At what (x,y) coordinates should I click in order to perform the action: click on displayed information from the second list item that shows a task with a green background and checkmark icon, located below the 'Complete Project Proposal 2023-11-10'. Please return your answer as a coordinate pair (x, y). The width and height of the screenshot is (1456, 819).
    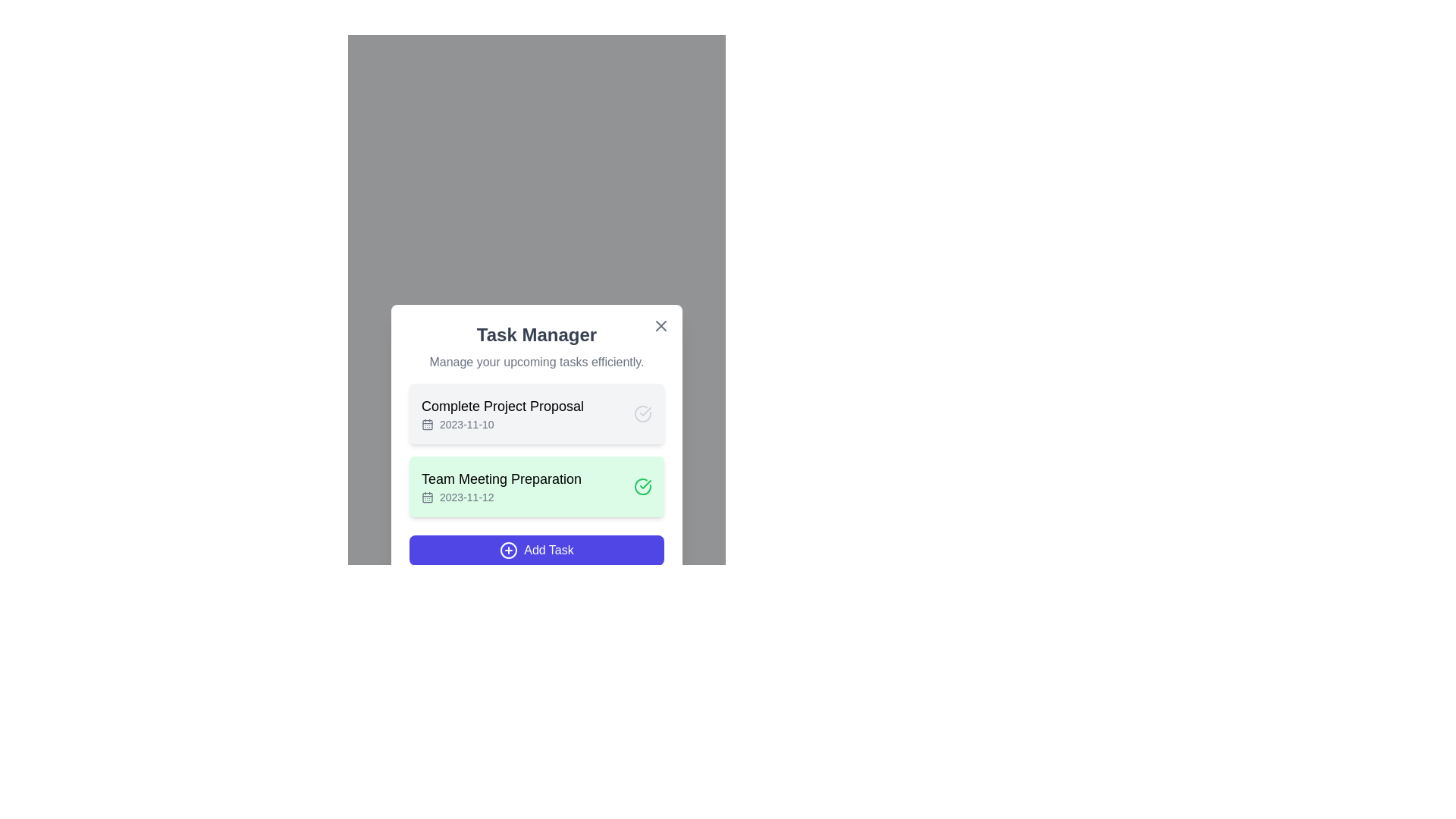
    Looking at the image, I should click on (537, 486).